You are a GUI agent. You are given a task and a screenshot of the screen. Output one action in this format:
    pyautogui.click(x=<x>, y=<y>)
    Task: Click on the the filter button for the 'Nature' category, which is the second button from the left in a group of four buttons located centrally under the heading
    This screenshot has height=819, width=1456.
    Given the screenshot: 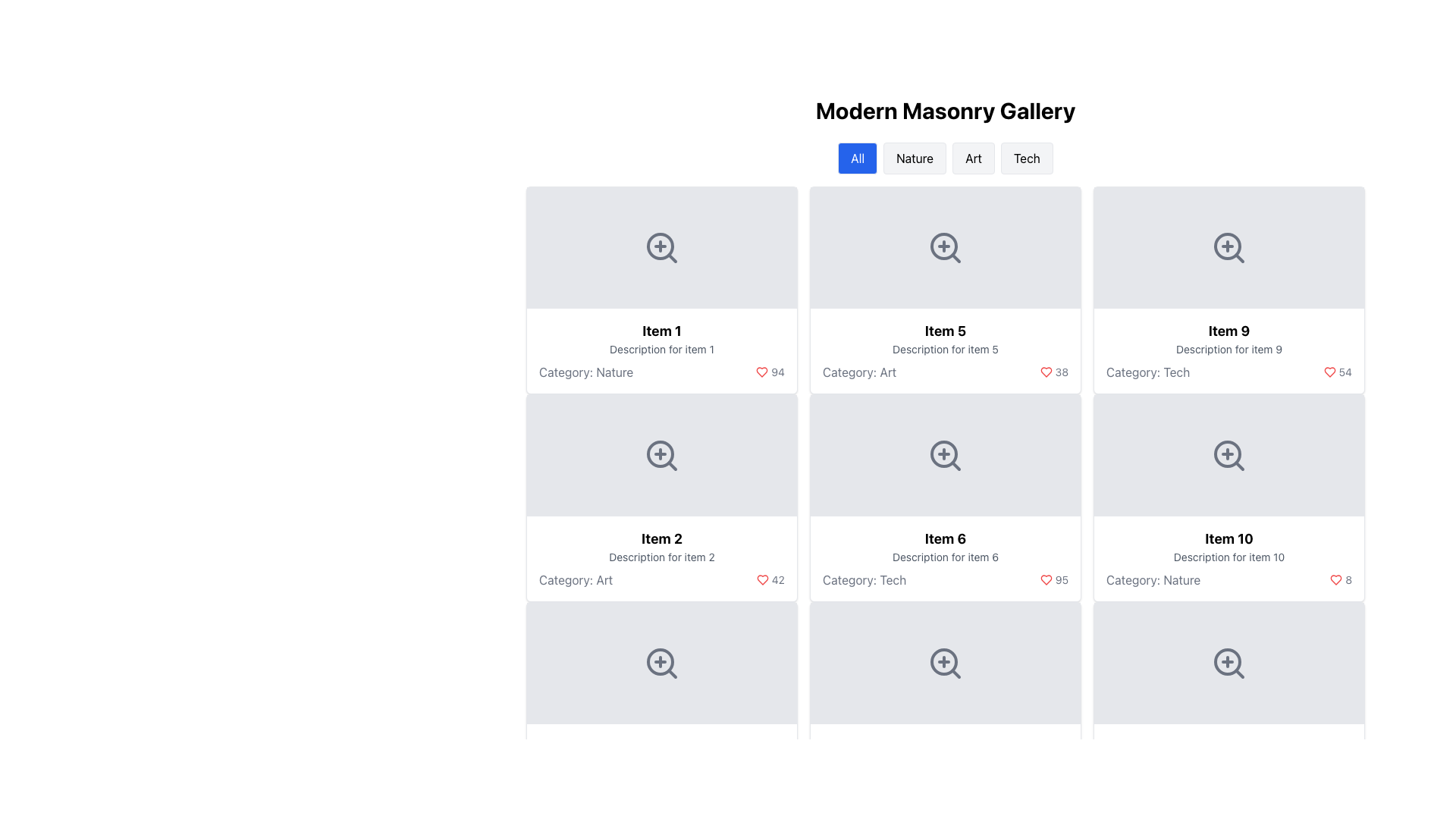 What is the action you would take?
    pyautogui.click(x=914, y=158)
    